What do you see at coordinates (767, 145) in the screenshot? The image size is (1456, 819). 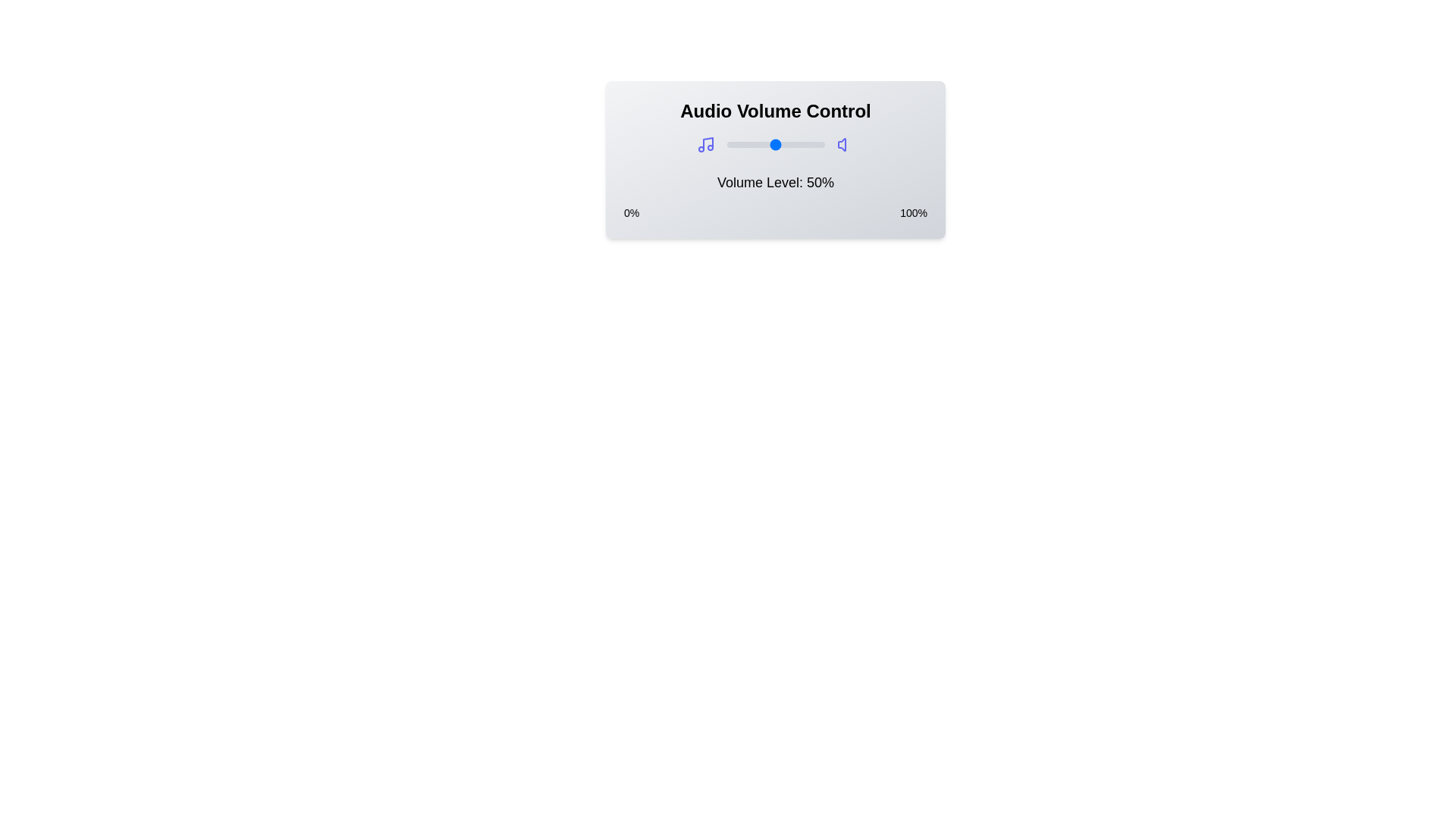 I see `the volume to 41% by dragging the slider` at bounding box center [767, 145].